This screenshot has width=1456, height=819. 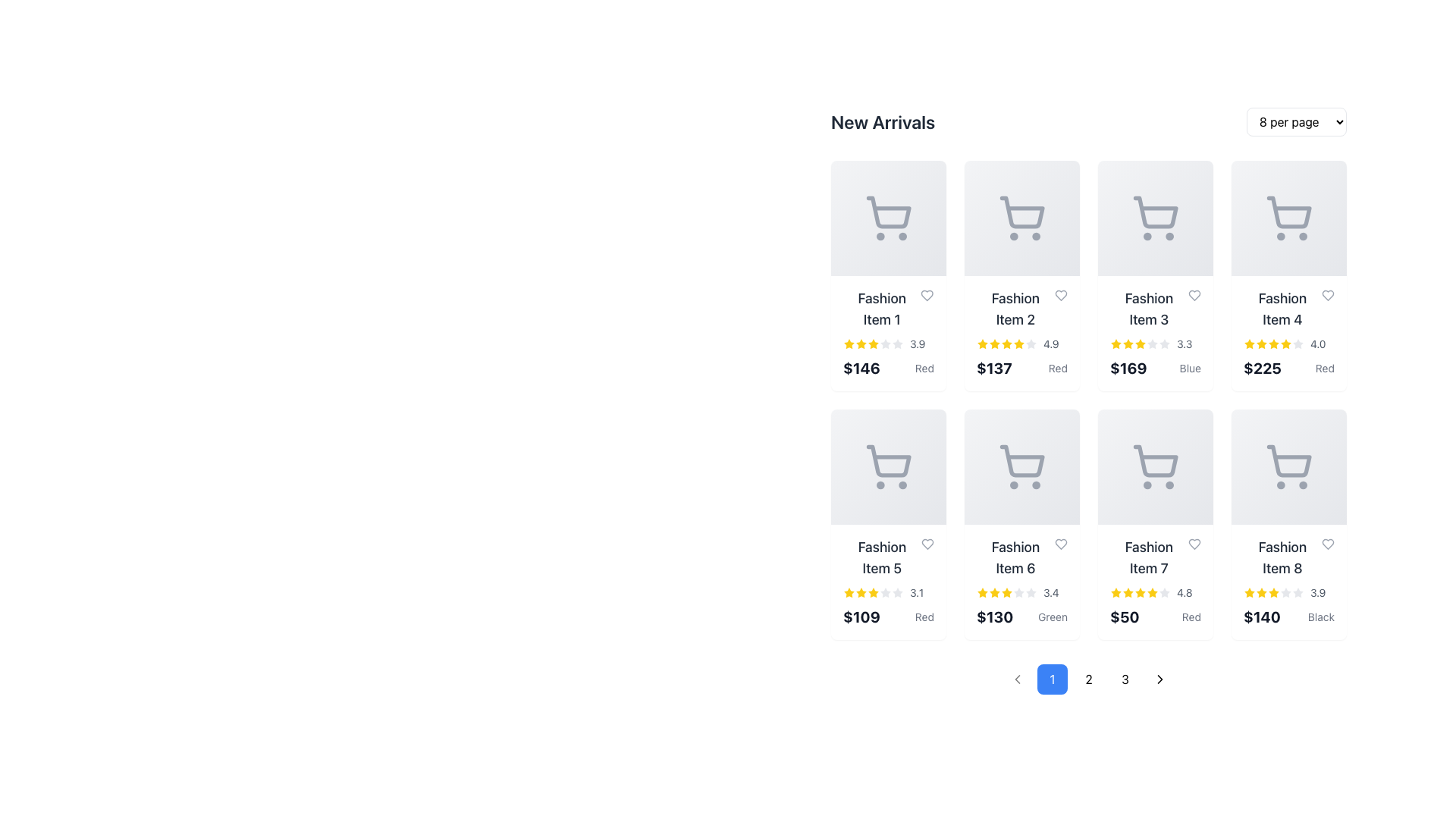 What do you see at coordinates (1031, 344) in the screenshot?
I see `the fifth star-shaped rating icon for 'Fashion Item 2', which is styled with a light gray fill and is inactive in the rating system` at bounding box center [1031, 344].